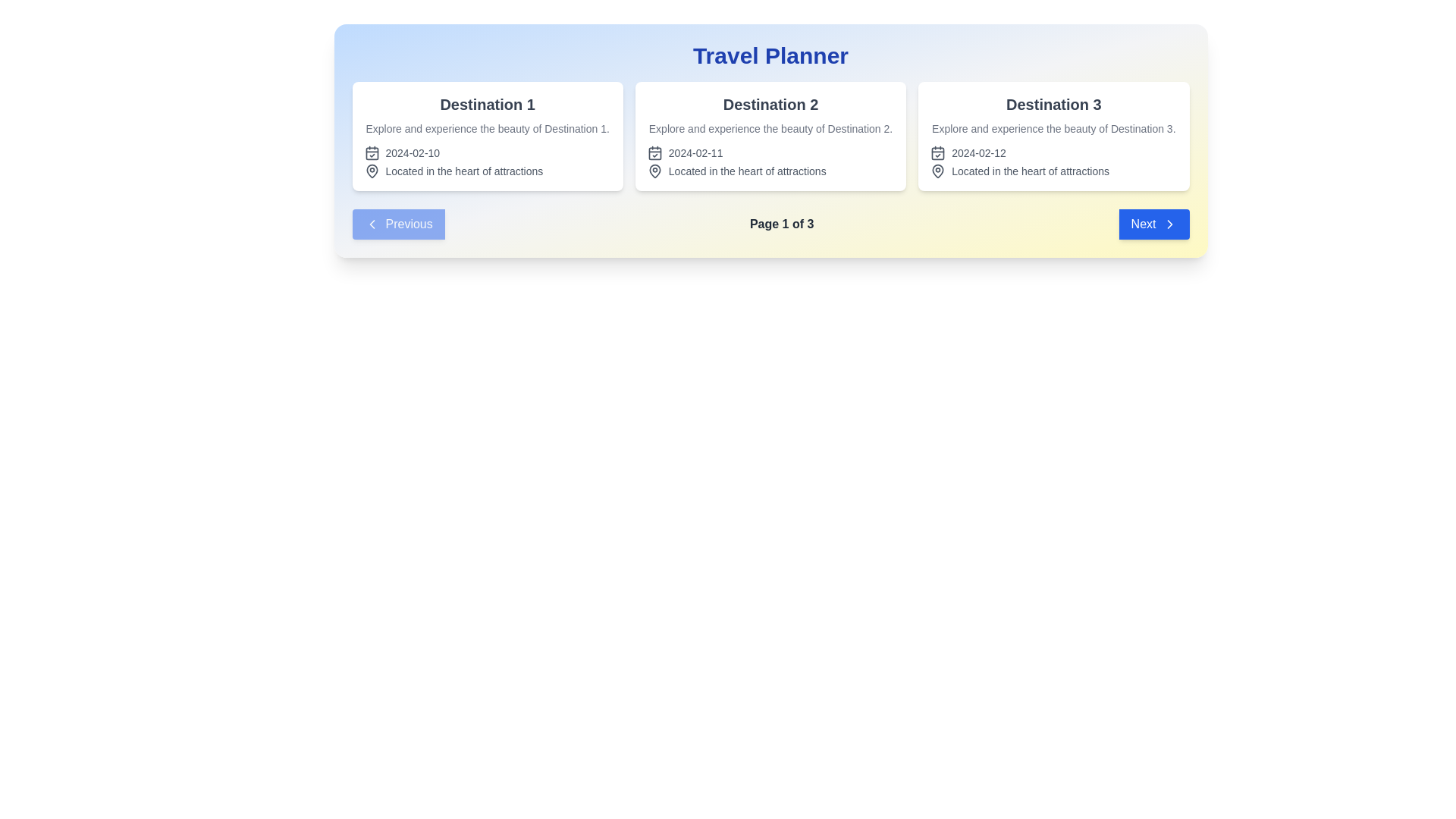  I want to click on the location icon that represents geographical information, situated to the left of the text 'Located in the heart of attractions.', so click(937, 171).